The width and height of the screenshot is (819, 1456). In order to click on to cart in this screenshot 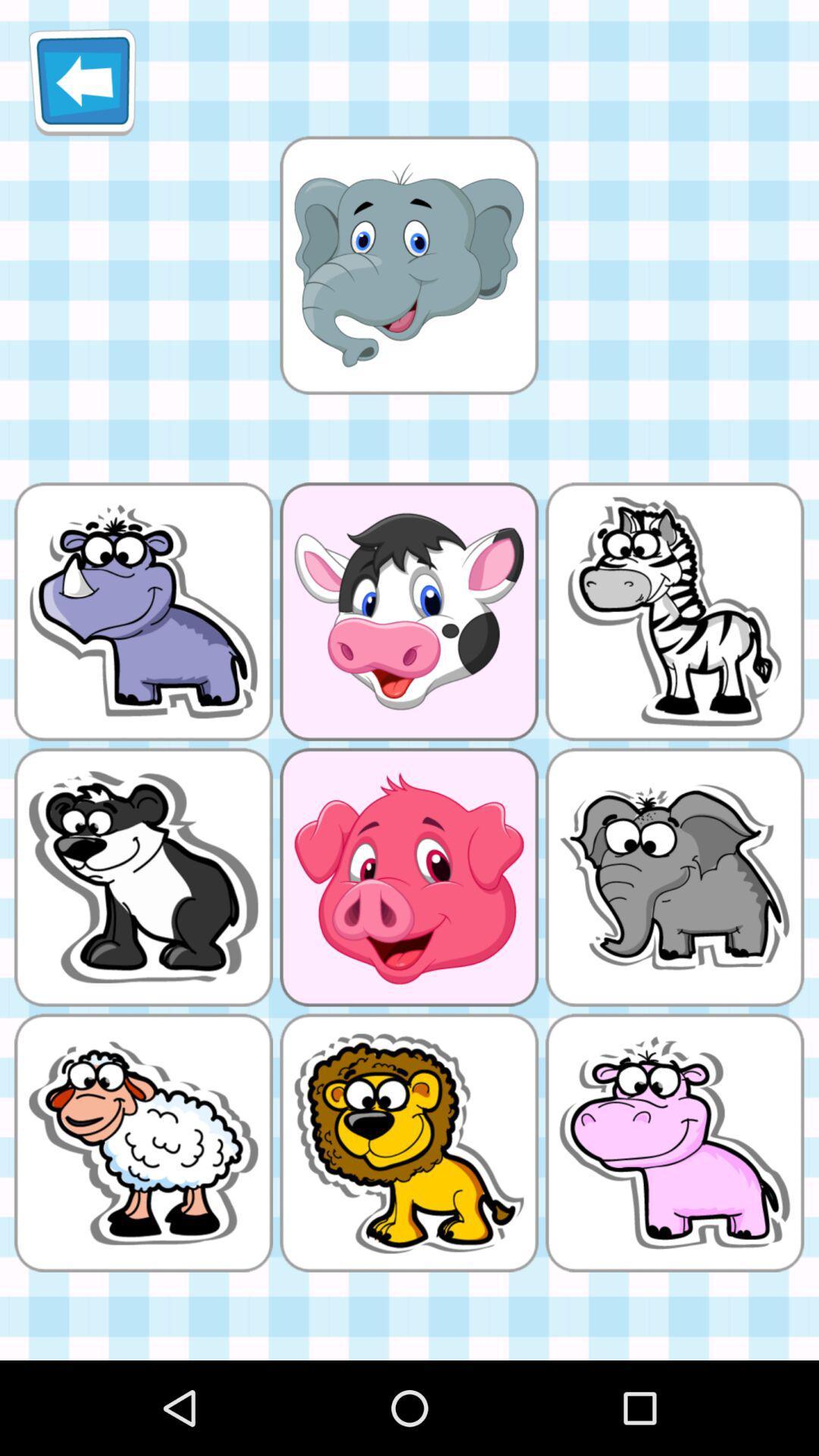, I will do `click(408, 265)`.